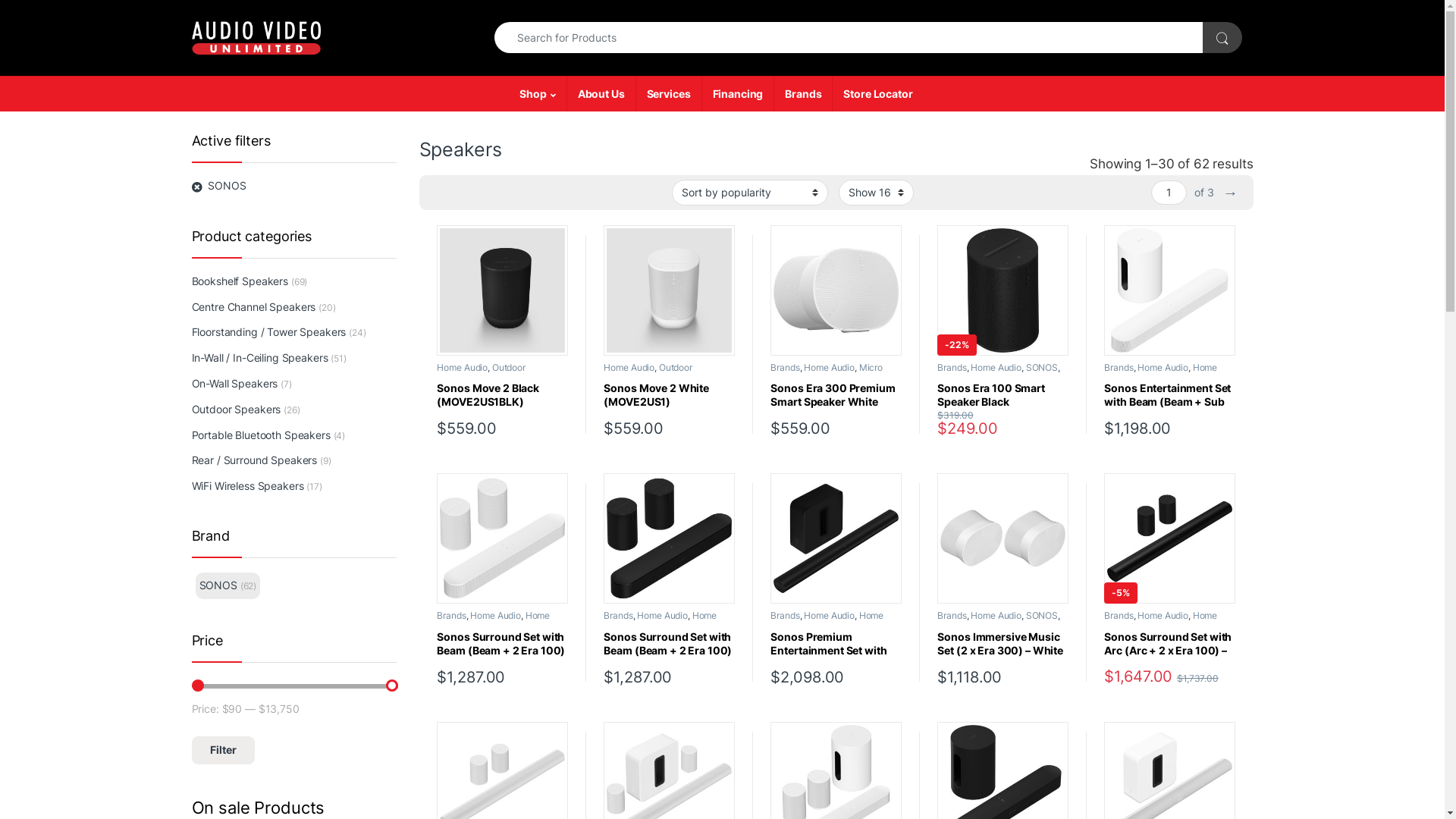 Image resolution: width=1456 pixels, height=819 pixels. What do you see at coordinates (221, 748) in the screenshot?
I see `'Filter'` at bounding box center [221, 748].